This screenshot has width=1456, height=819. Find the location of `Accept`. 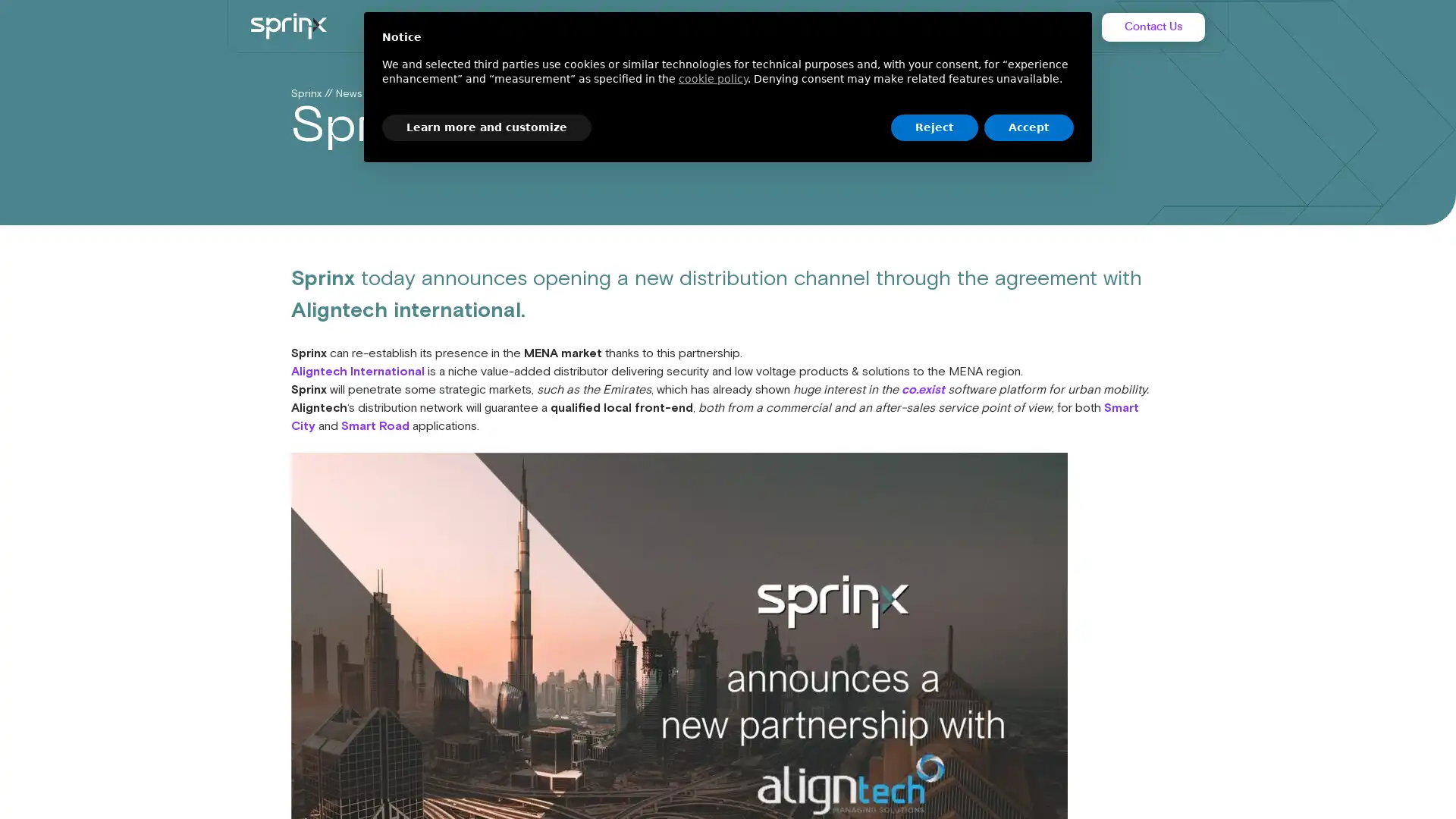

Accept is located at coordinates (1029, 127).